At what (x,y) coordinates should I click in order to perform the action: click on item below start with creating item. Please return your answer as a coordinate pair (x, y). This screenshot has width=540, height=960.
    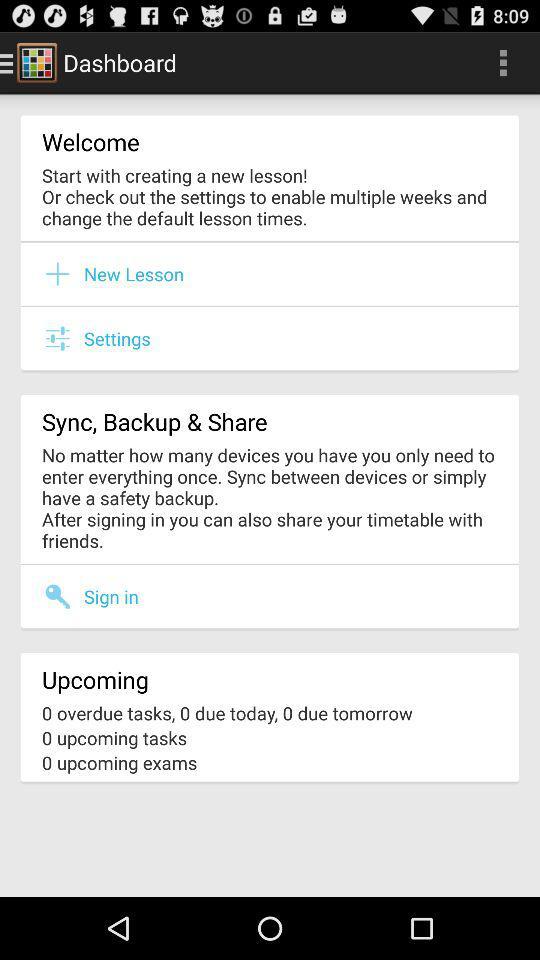
    Looking at the image, I should click on (270, 240).